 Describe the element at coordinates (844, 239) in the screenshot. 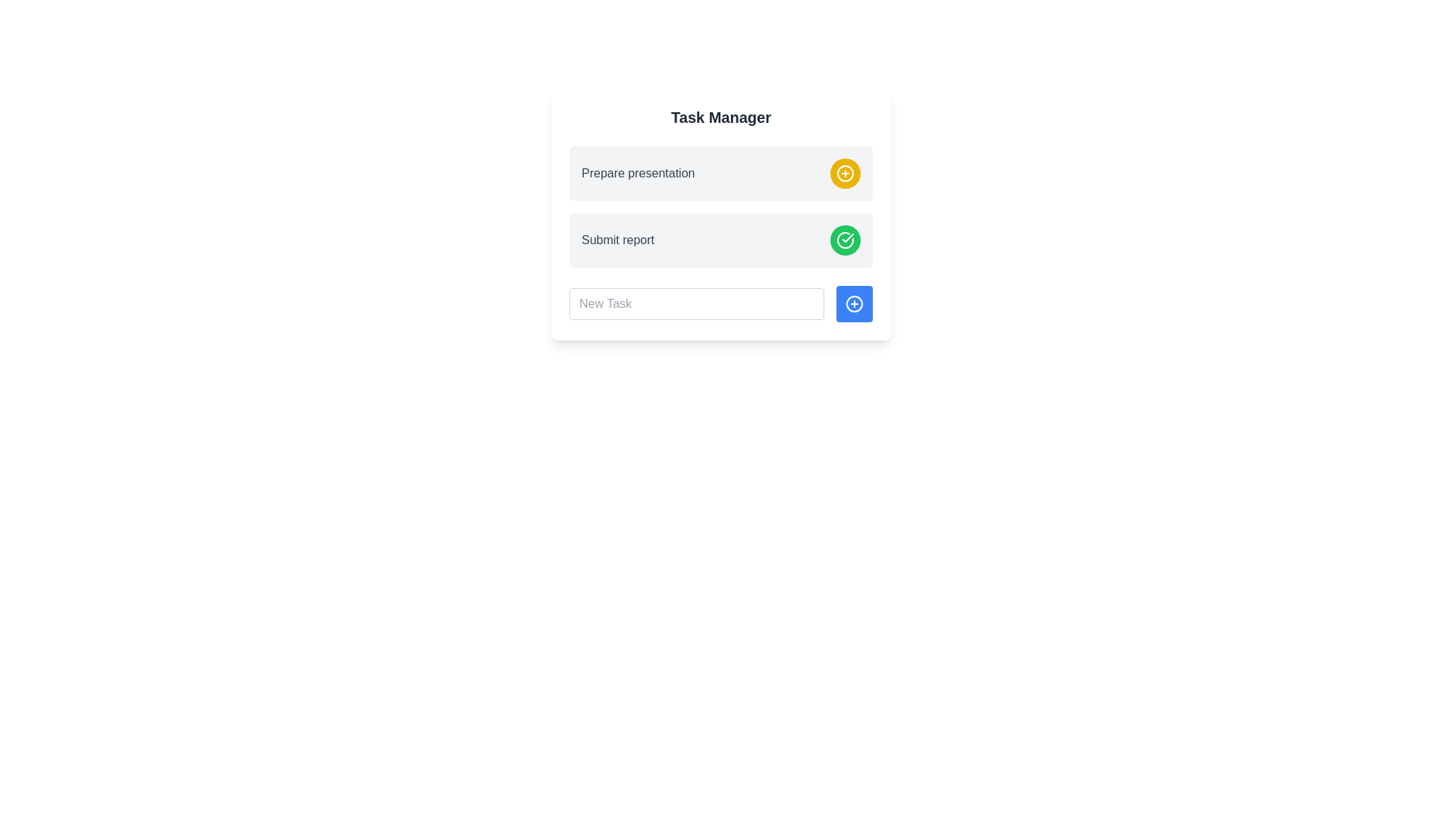

I see `the circular green button with a white checkmark icon located in the bottom right corner of the 'Submit report' section` at that location.